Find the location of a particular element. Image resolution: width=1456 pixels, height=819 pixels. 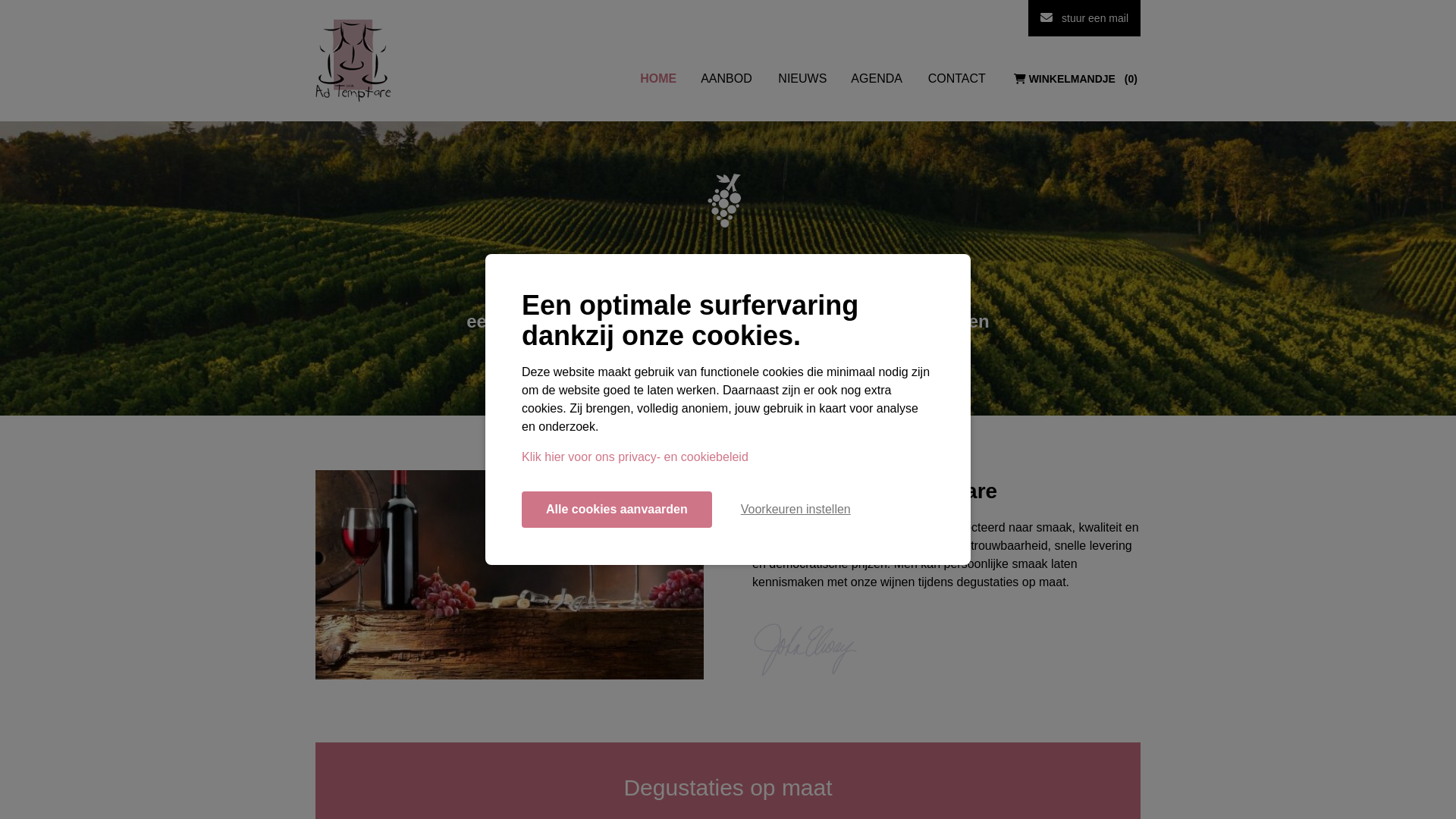

'AGENDA' is located at coordinates (877, 79).